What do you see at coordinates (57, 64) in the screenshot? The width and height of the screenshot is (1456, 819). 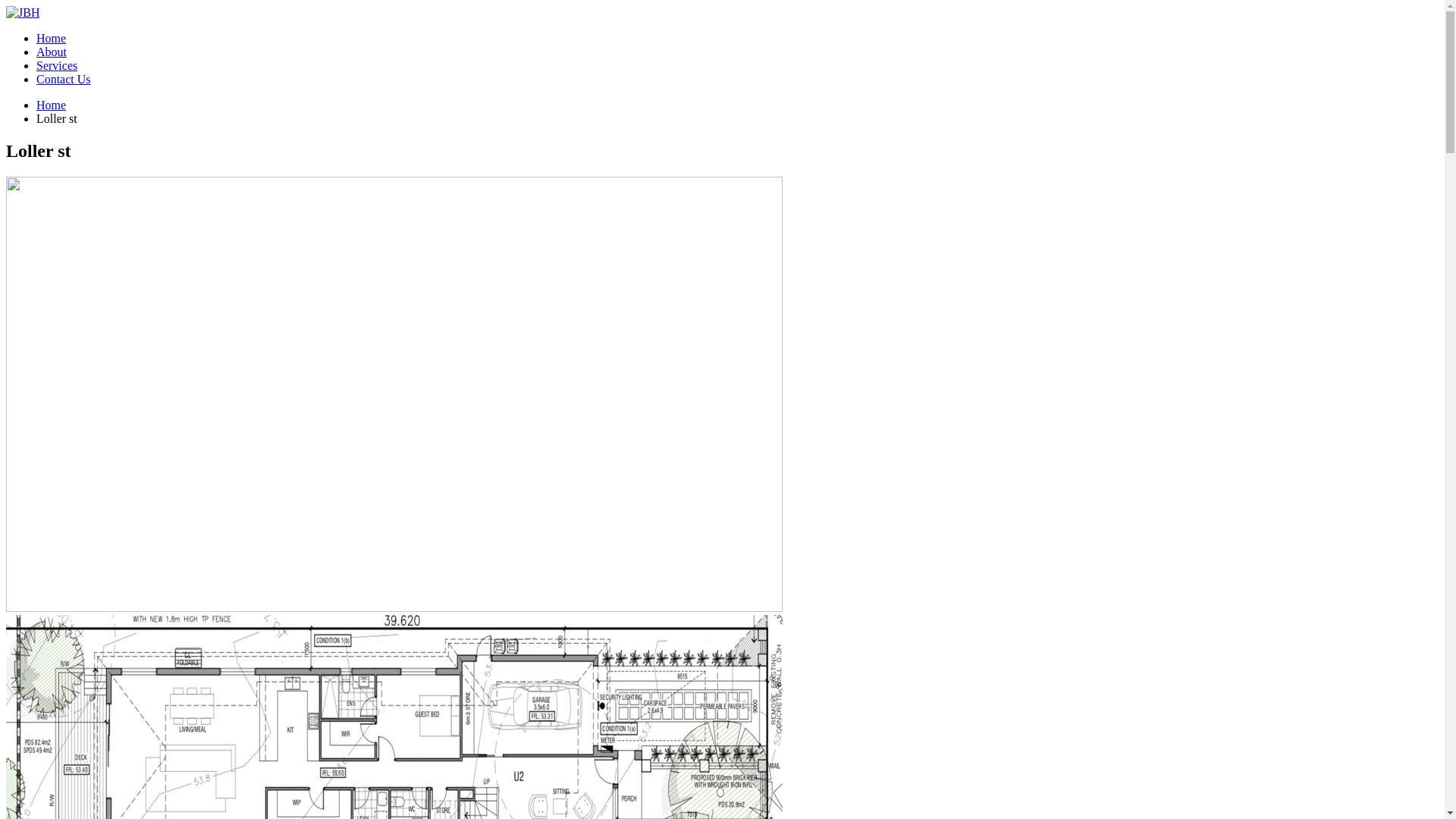 I see `'Services'` at bounding box center [57, 64].